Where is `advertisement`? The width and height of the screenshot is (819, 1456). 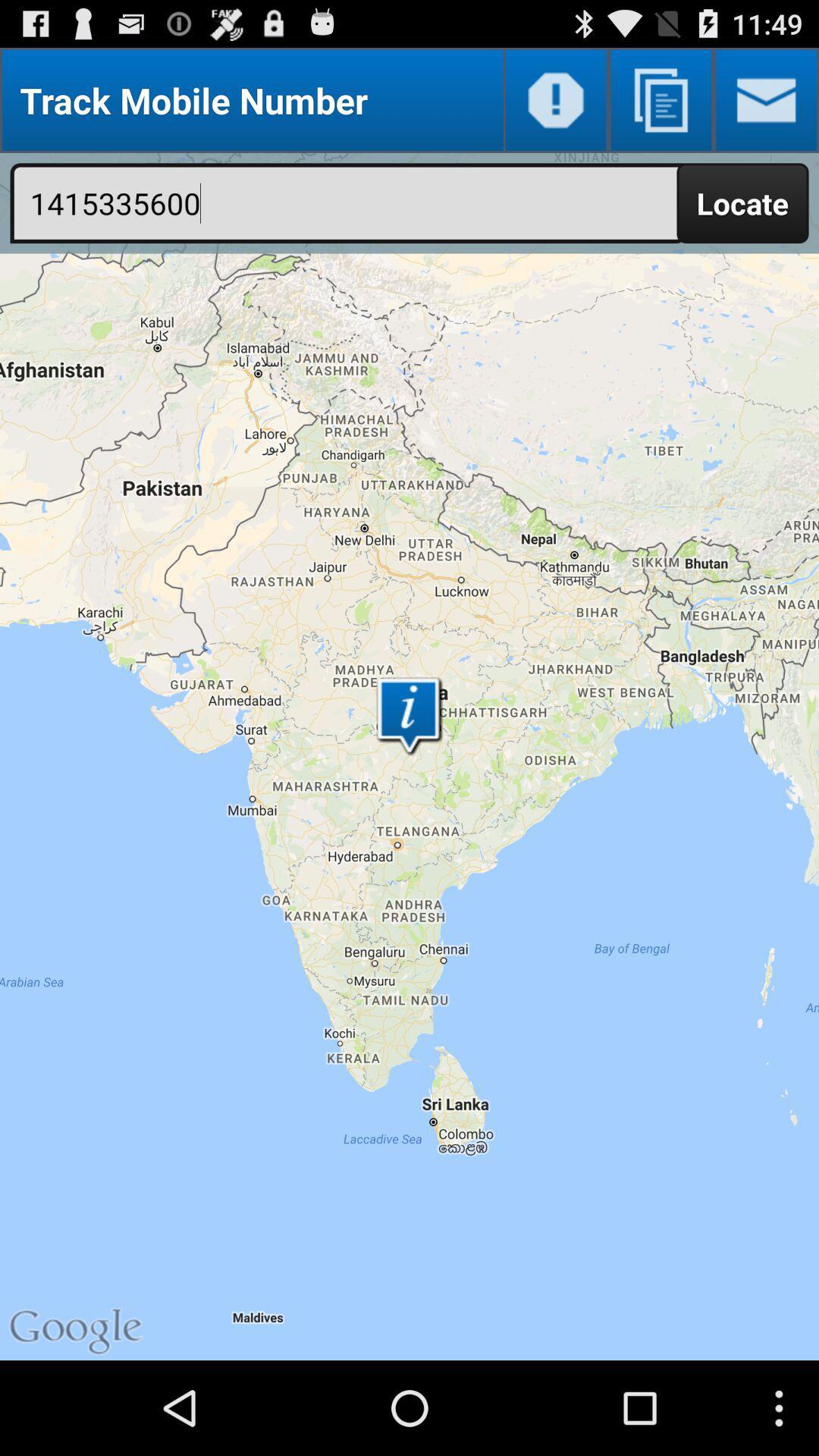 advertisement is located at coordinates (660, 99).